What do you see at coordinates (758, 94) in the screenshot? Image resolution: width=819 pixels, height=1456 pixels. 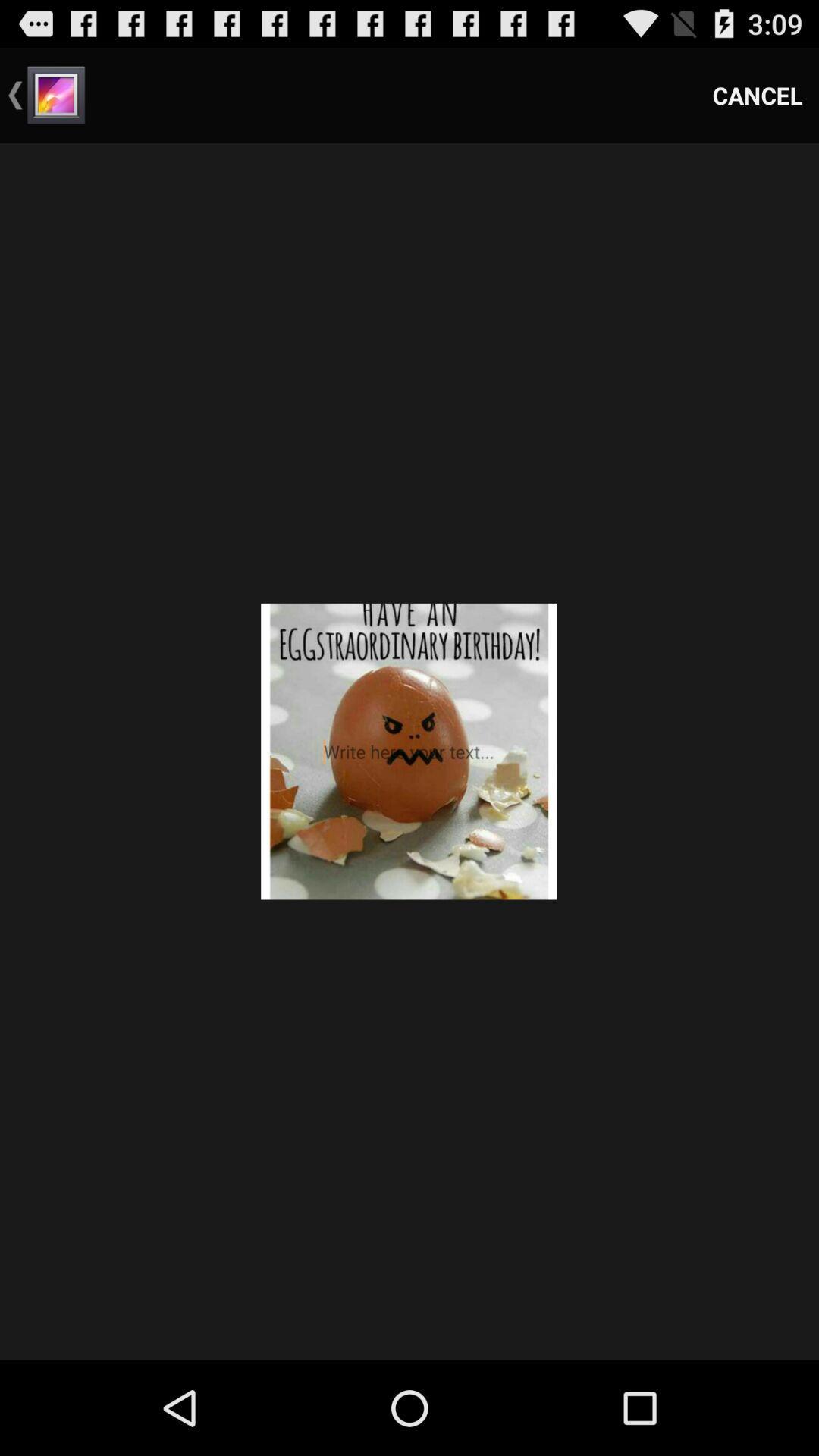 I see `the item at the top right corner` at bounding box center [758, 94].